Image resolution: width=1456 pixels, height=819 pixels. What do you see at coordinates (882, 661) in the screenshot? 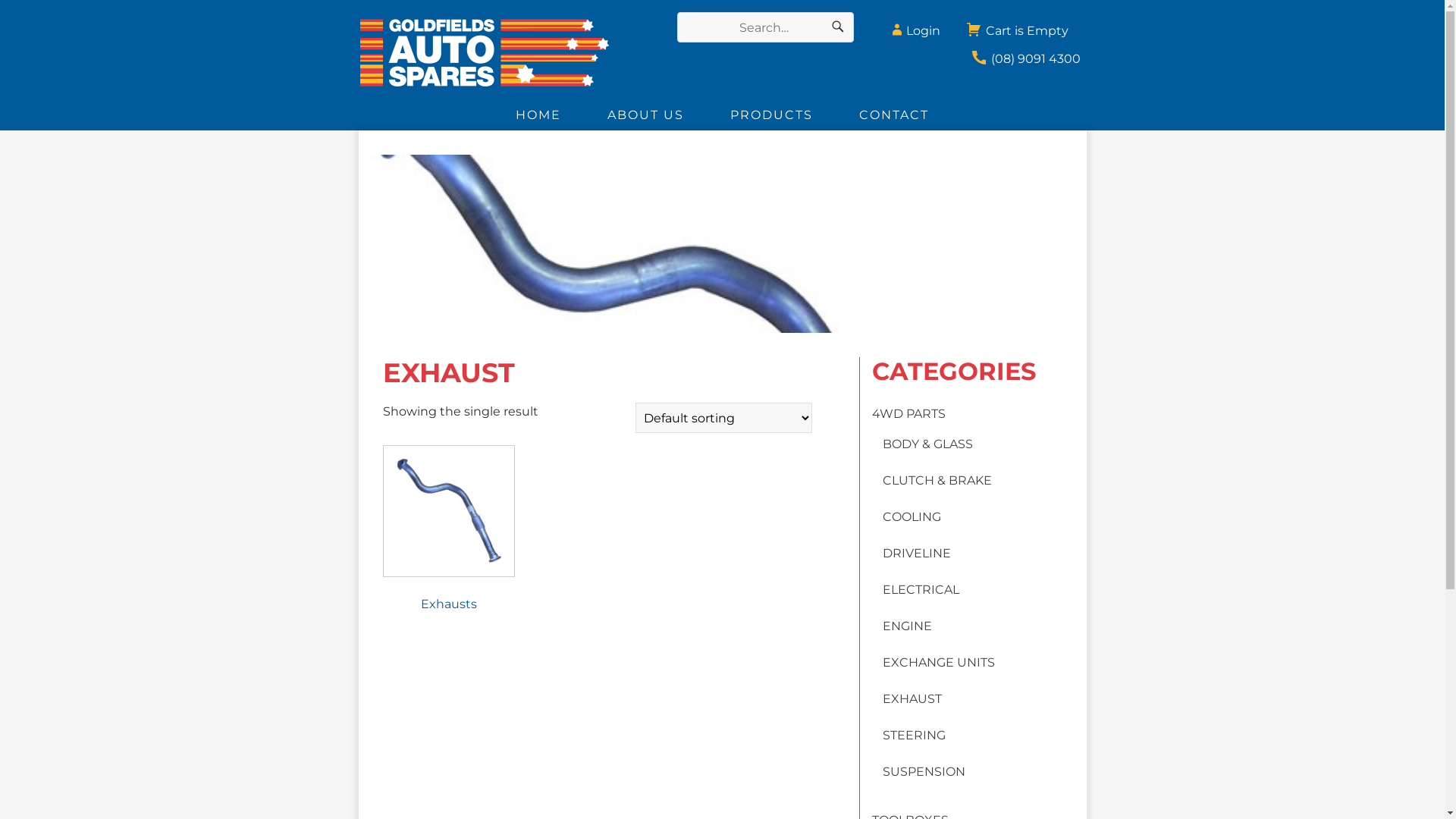
I see `'EXCHANGE UNITS'` at bounding box center [882, 661].